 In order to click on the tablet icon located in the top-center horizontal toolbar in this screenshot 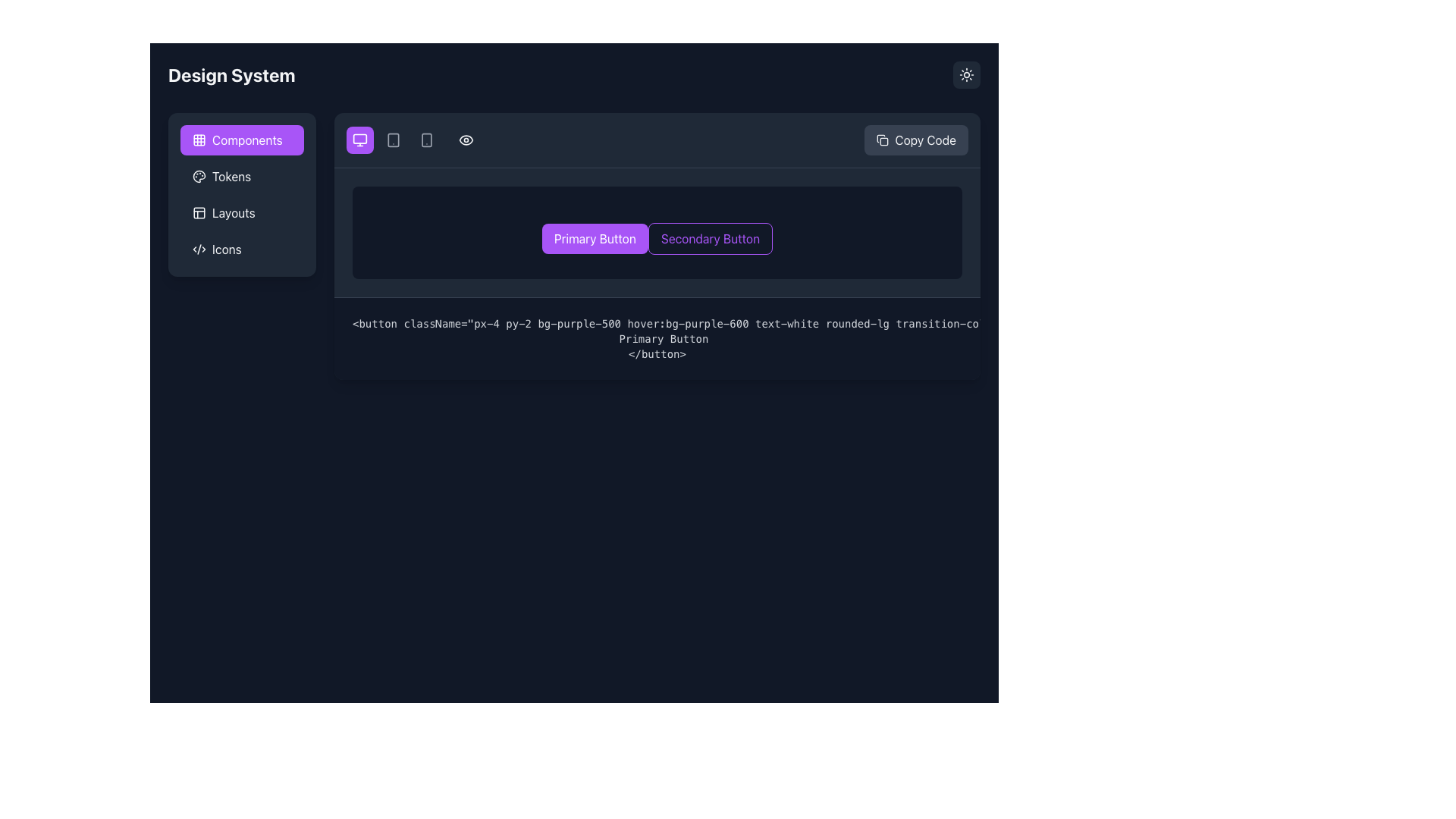, I will do `click(393, 140)`.